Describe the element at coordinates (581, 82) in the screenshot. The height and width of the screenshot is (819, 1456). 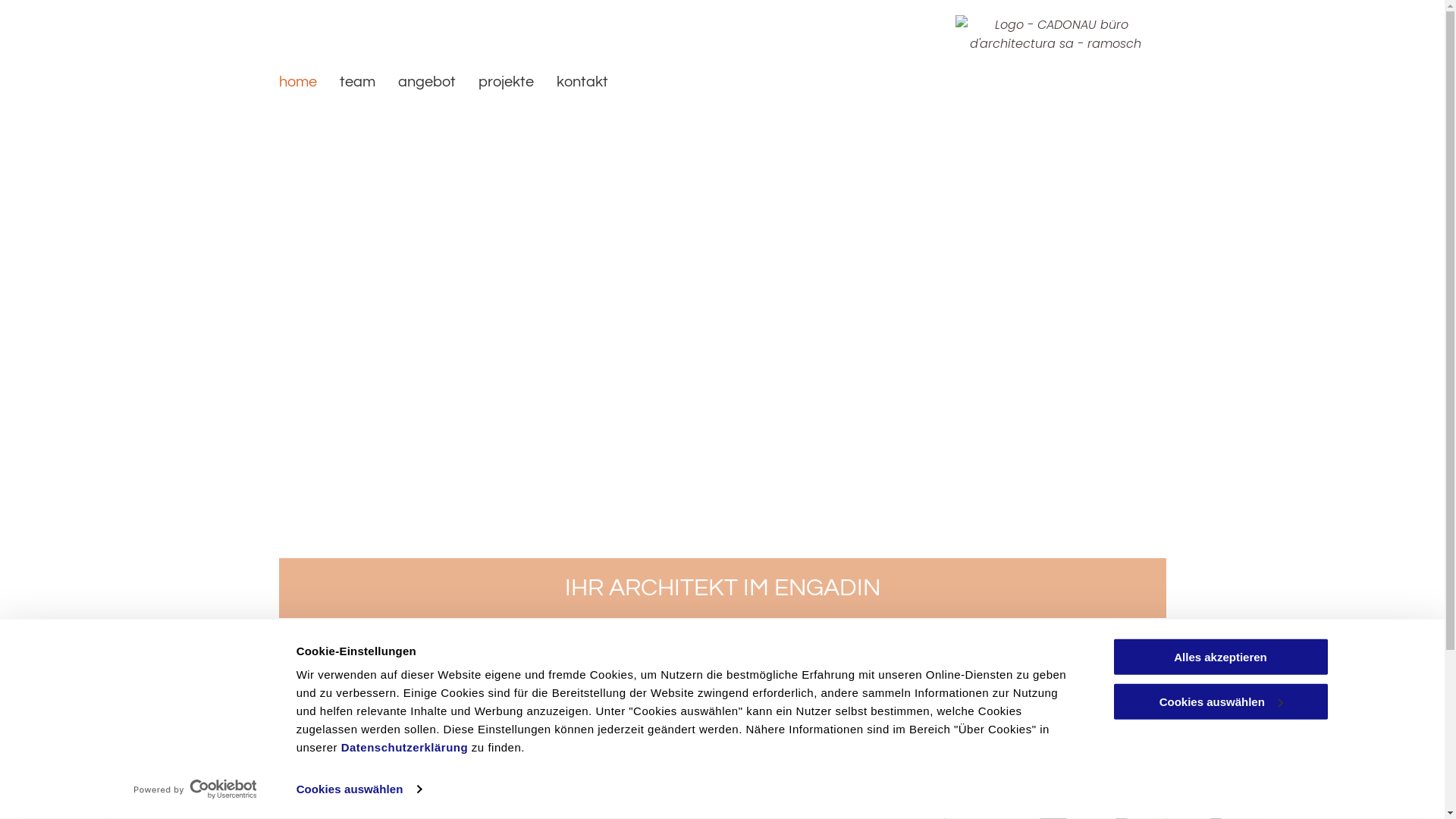
I see `'kontakt'` at that location.